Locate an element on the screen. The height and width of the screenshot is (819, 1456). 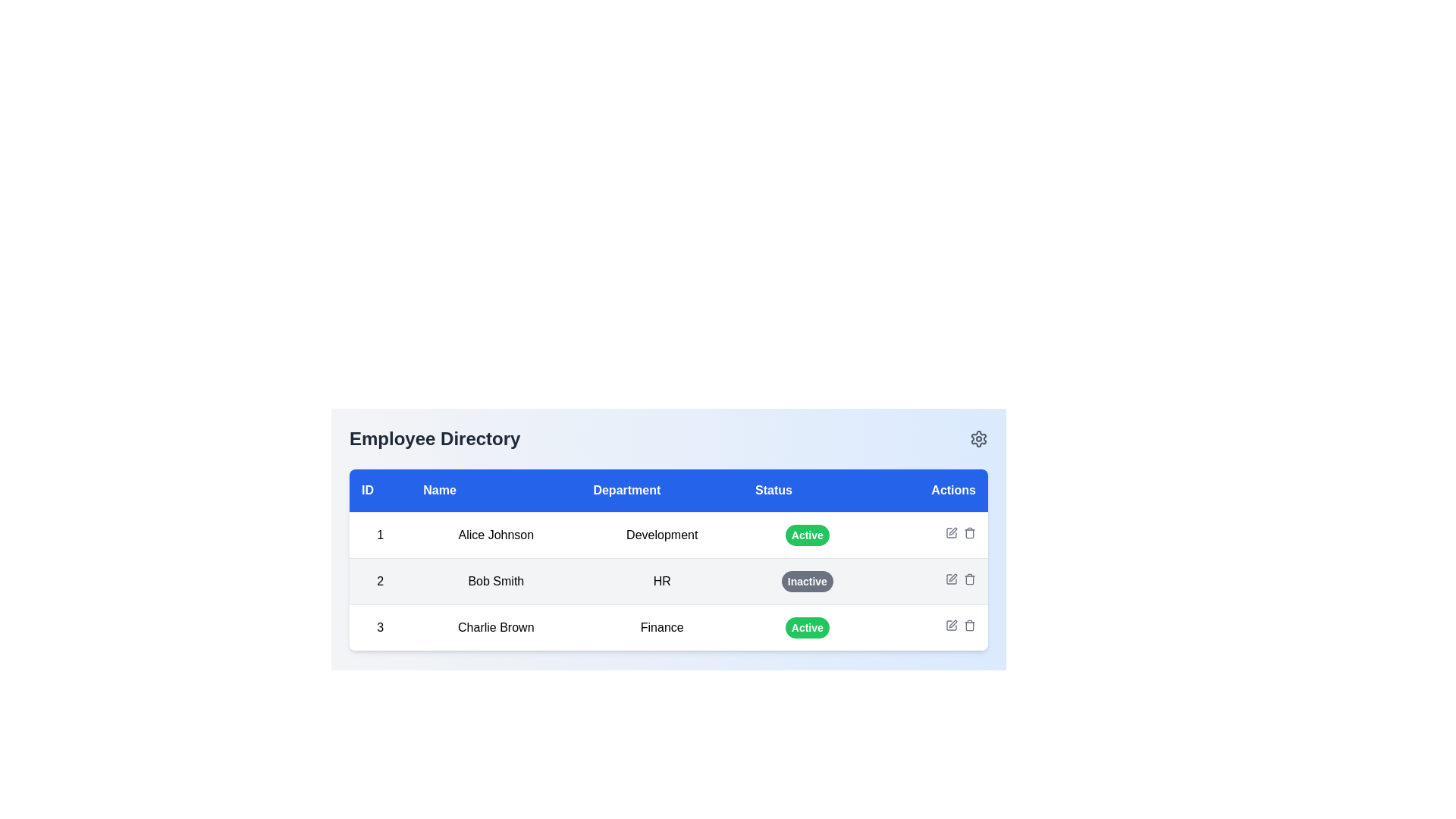
the Status indicator for employee 'Alice Johnson', which signifies their active status. This indicator is located in the first row of the employee table within the 'Status' column, adjacent to the 'Actions' column on the right and the 'Department' column on the left is located at coordinates (806, 534).